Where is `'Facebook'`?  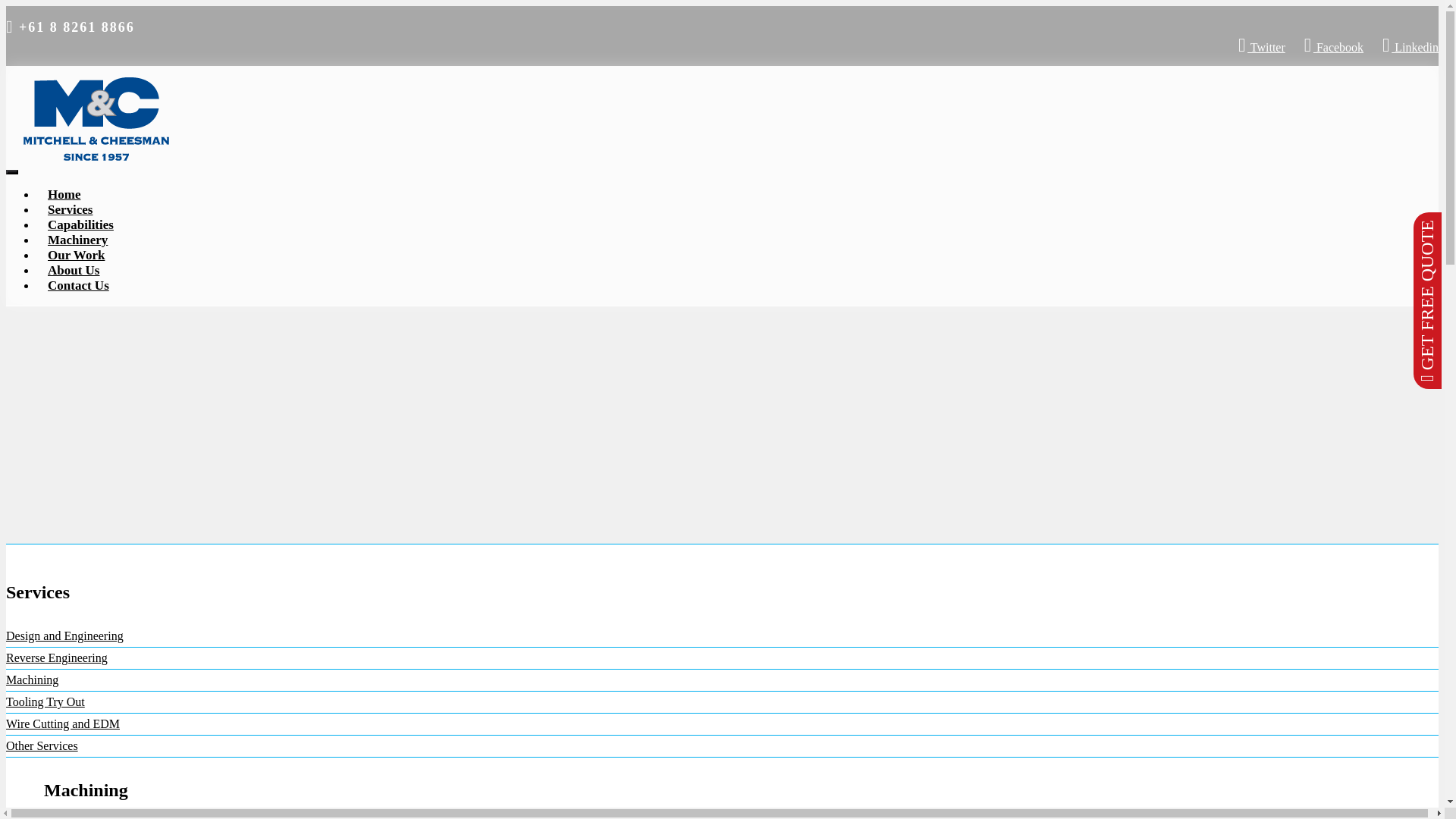 'Facebook' is located at coordinates (1332, 46).